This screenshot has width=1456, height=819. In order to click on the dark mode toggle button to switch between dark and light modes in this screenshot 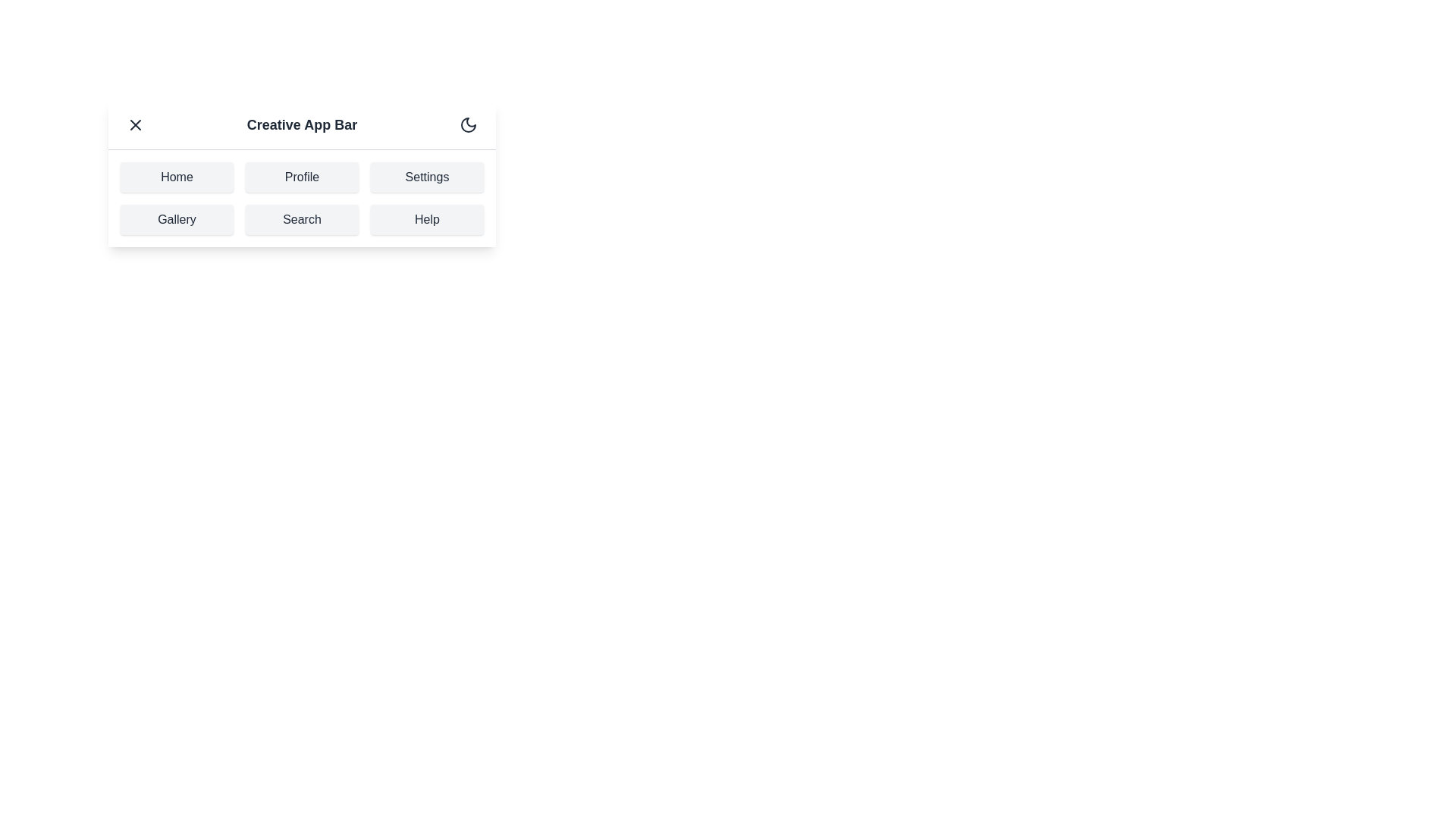, I will do `click(468, 124)`.